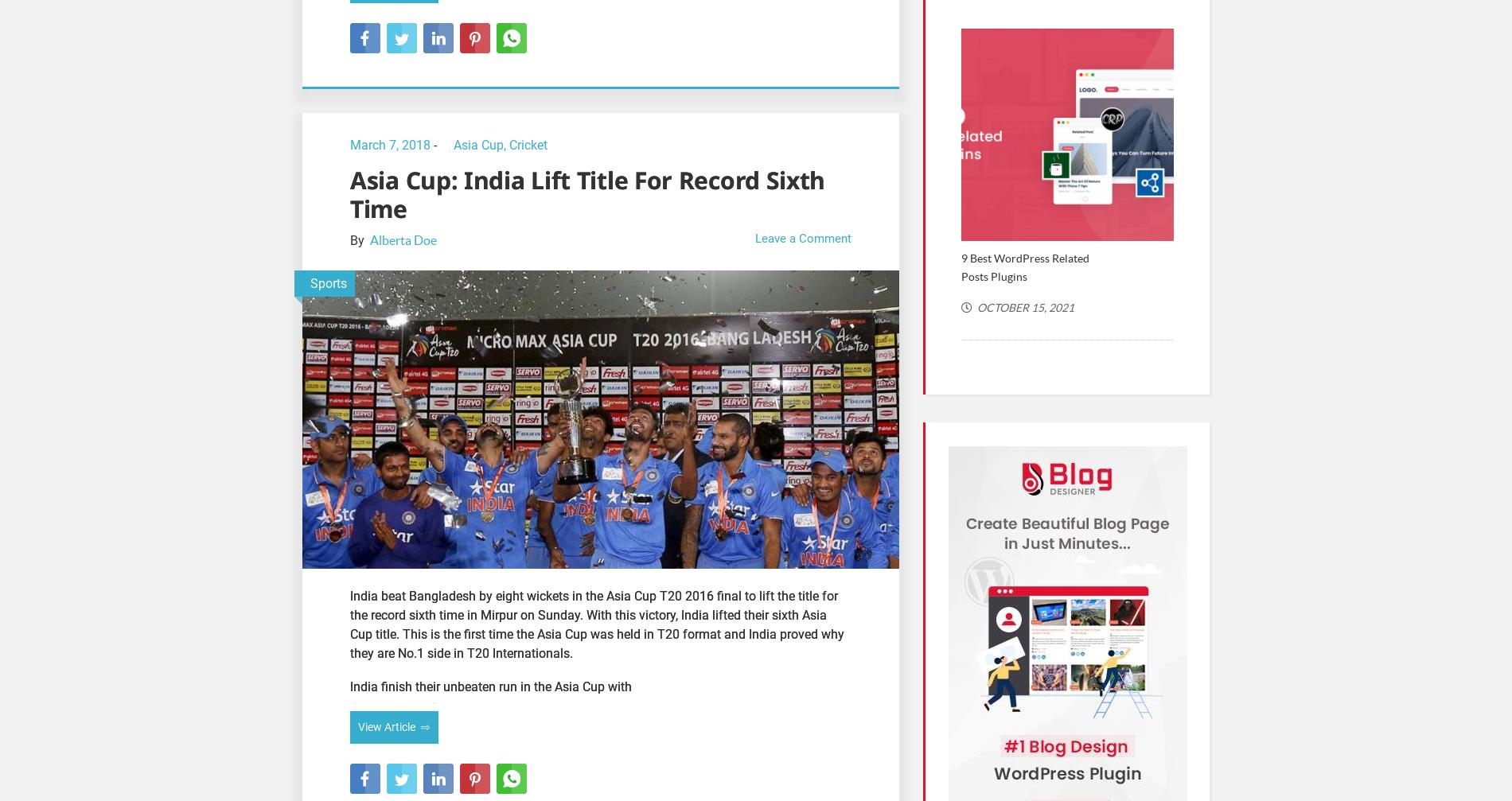 The width and height of the screenshot is (1512, 801). What do you see at coordinates (403, 239) in the screenshot?
I see `'Alberta Doe'` at bounding box center [403, 239].